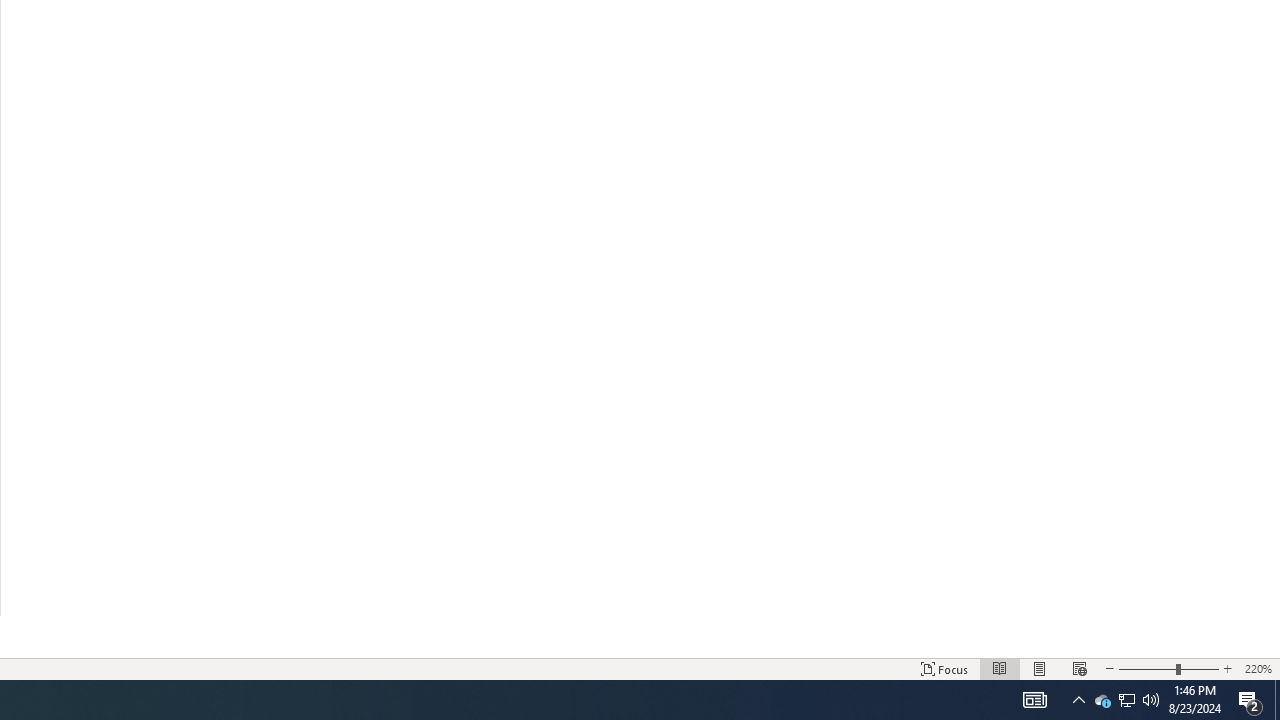 The height and width of the screenshot is (720, 1280). Describe the element at coordinates (1226, 669) in the screenshot. I see `'Increase Text Size'` at that location.